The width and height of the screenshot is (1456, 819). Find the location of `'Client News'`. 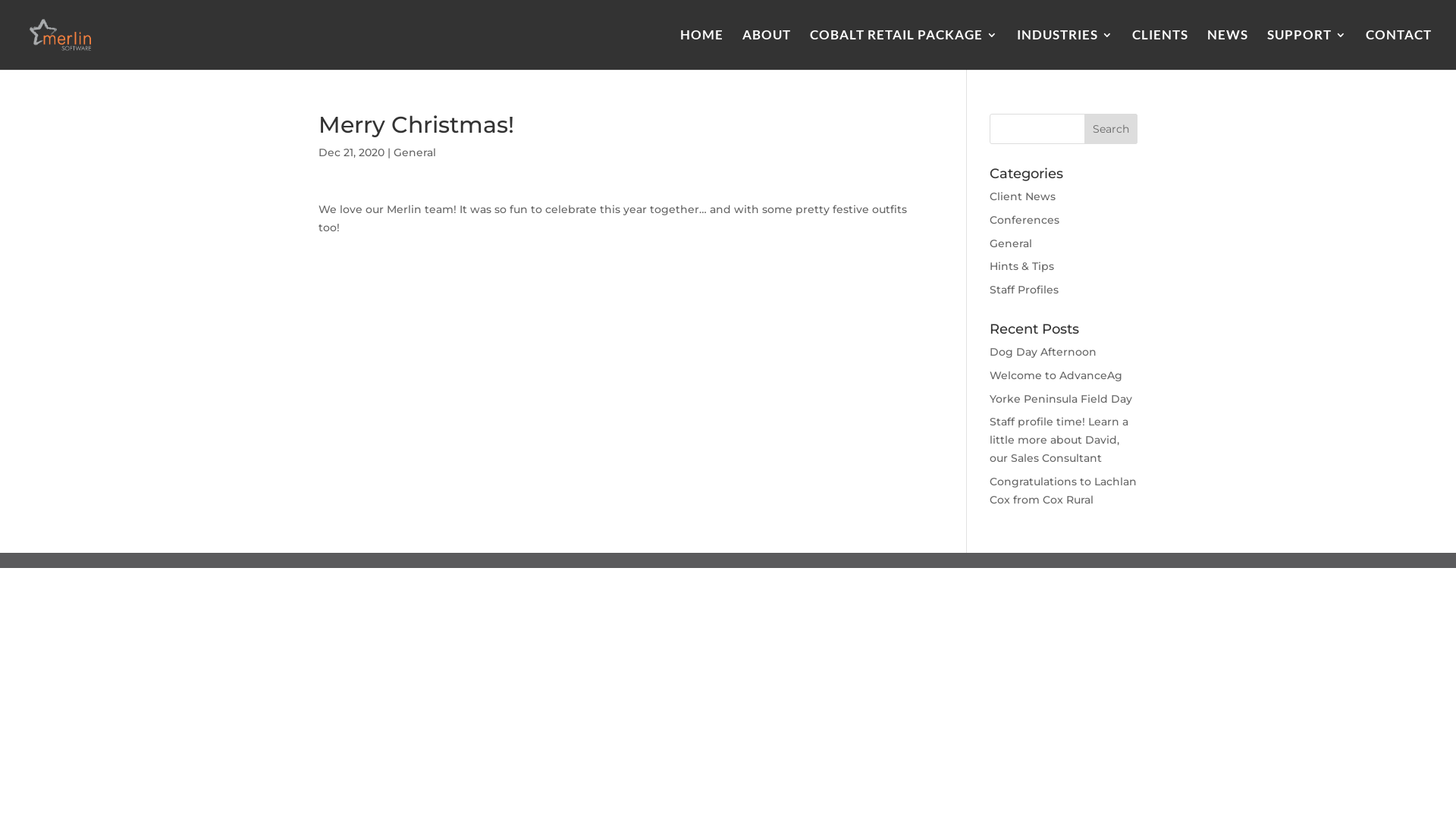

'Client News' is located at coordinates (990, 195).